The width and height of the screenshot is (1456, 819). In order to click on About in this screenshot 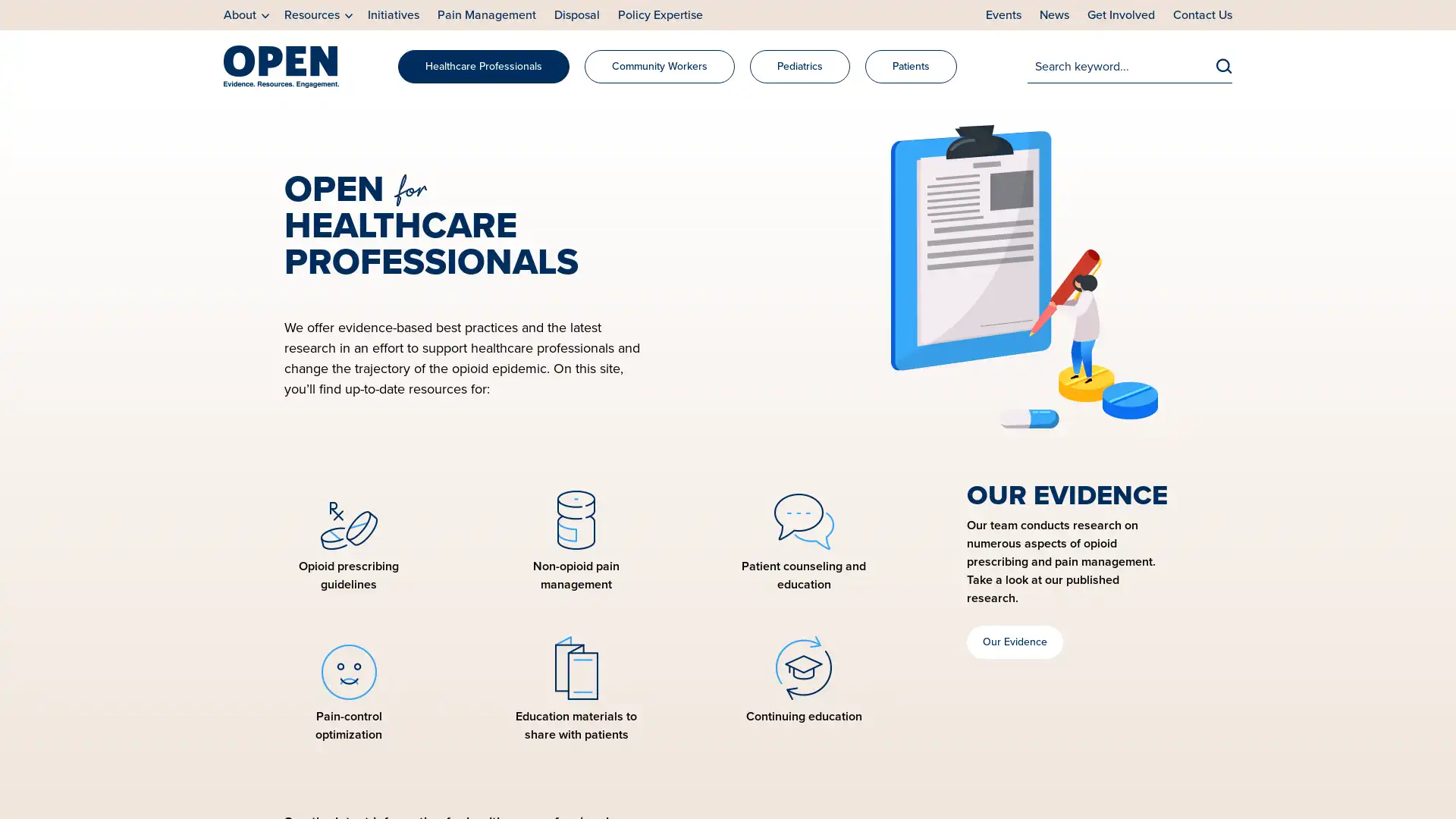, I will do `click(246, 15)`.